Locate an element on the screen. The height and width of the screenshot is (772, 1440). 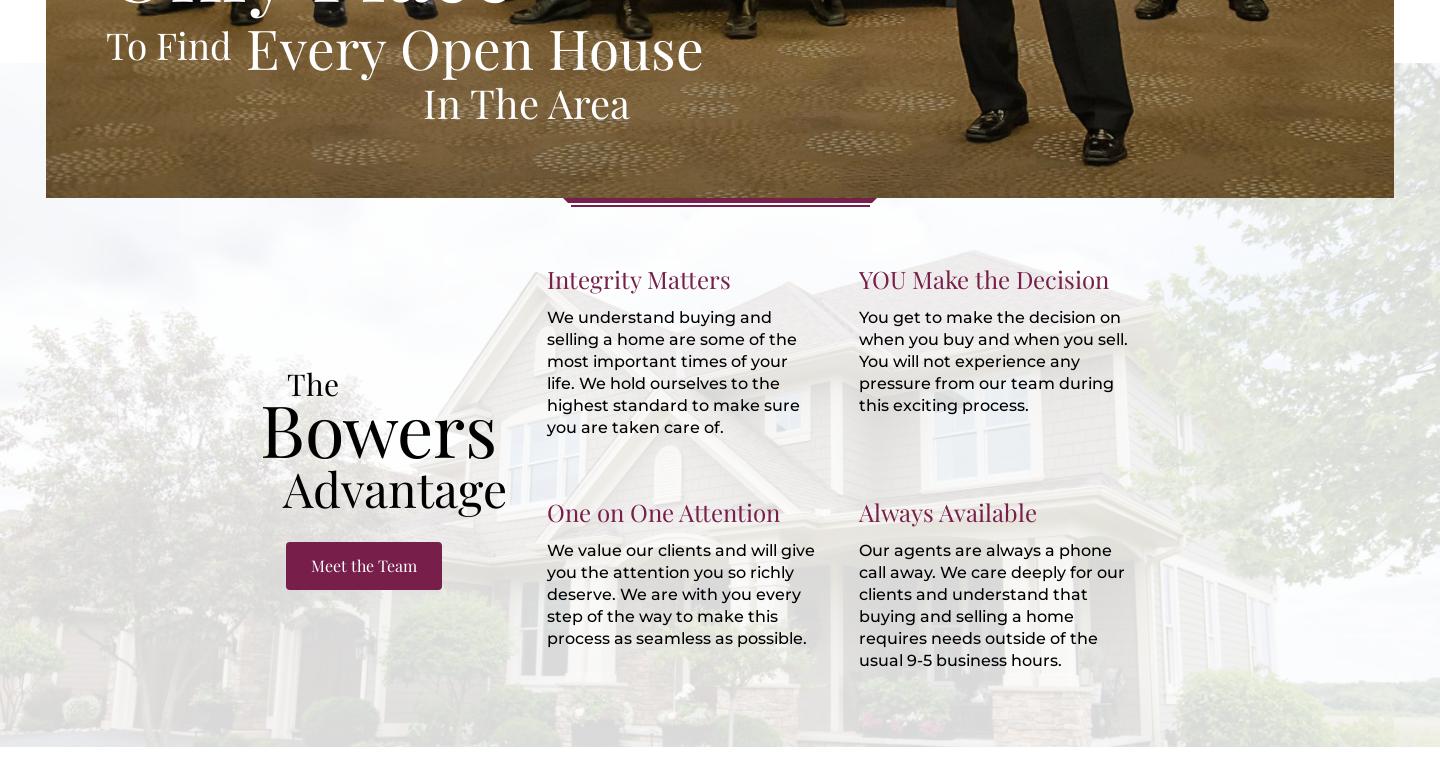
'Every Open House' is located at coordinates (475, 46).